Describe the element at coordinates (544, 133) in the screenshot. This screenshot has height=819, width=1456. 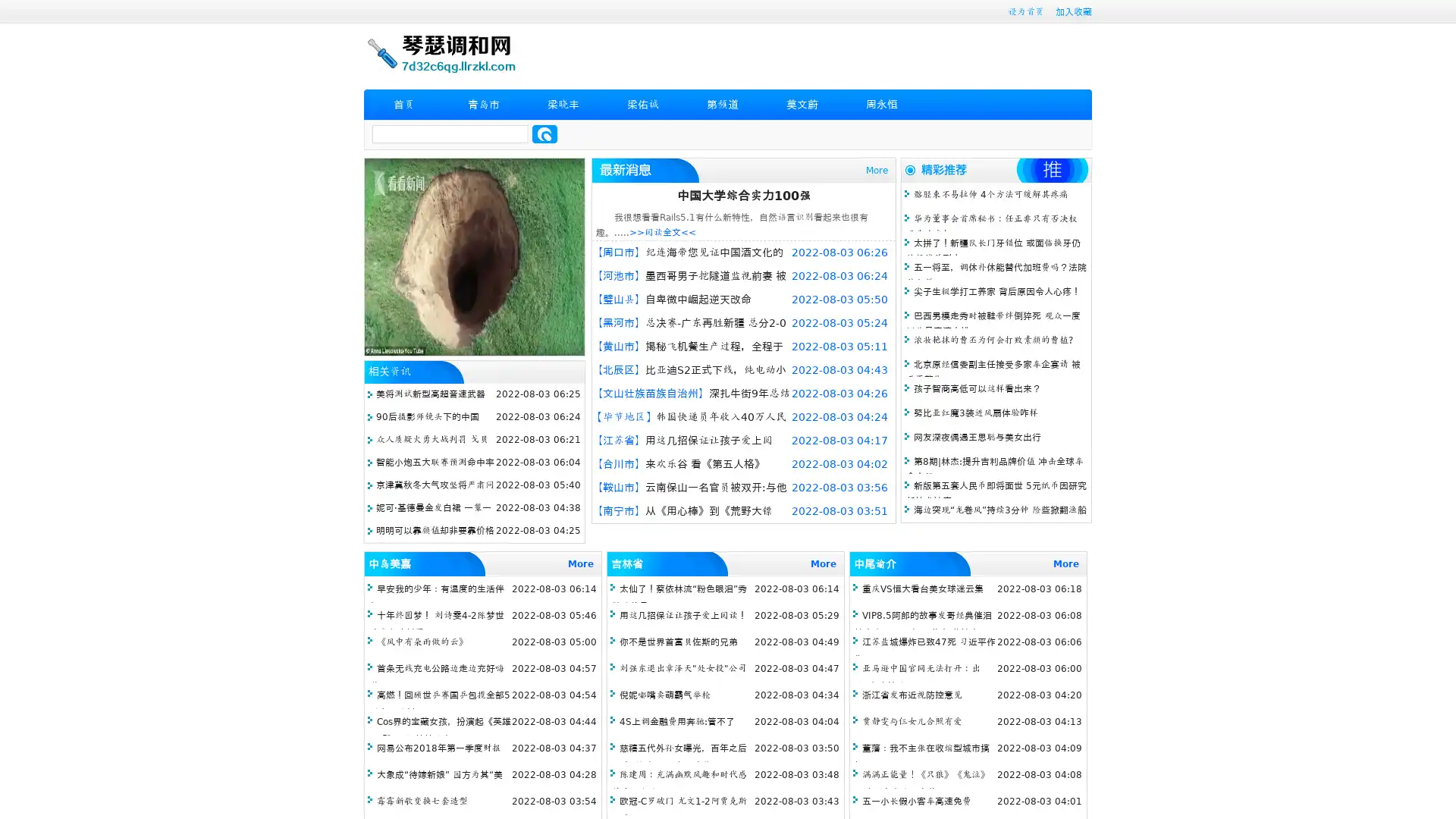
I see `Search` at that location.